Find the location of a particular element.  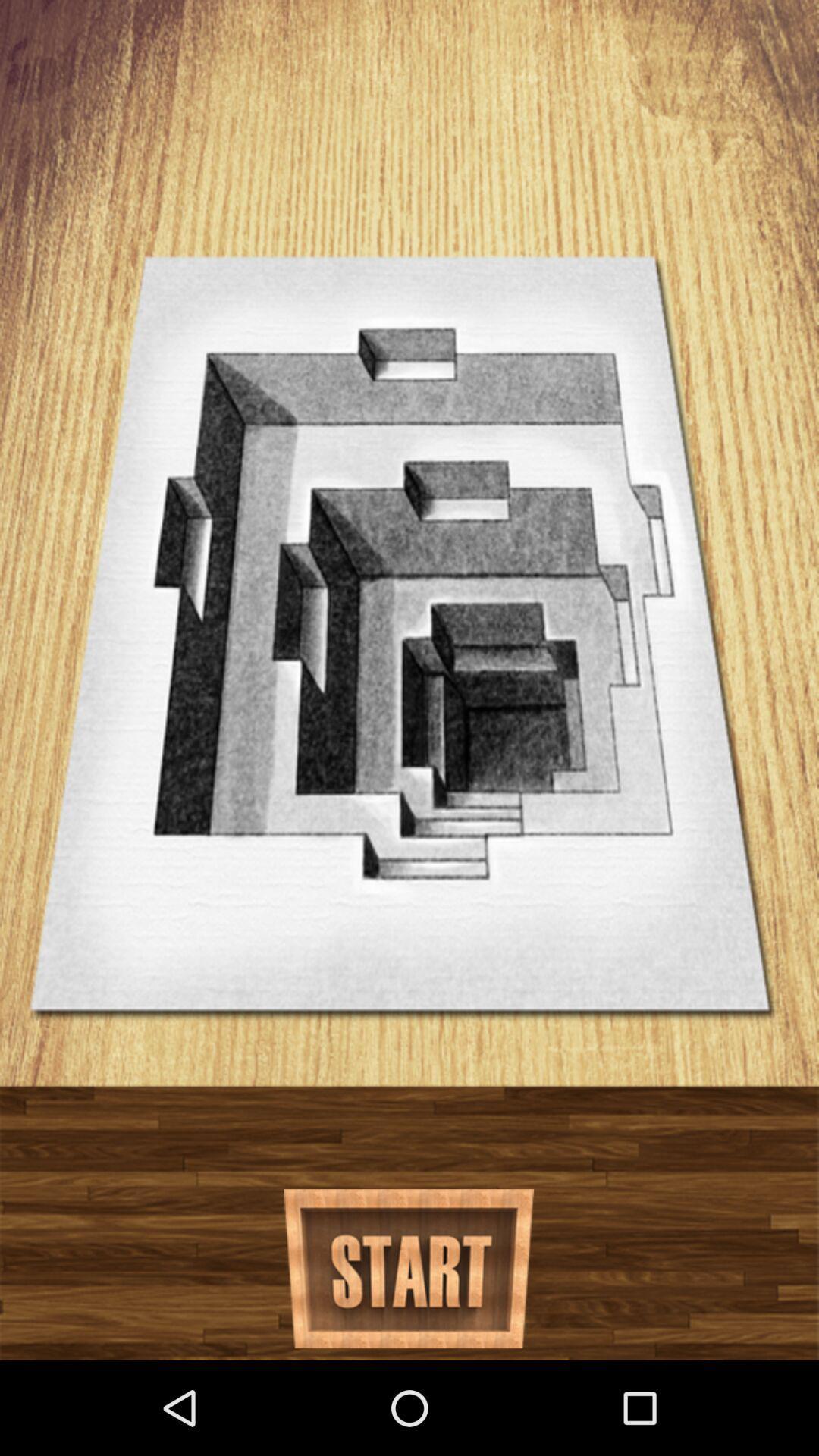

start now is located at coordinates (408, 1269).